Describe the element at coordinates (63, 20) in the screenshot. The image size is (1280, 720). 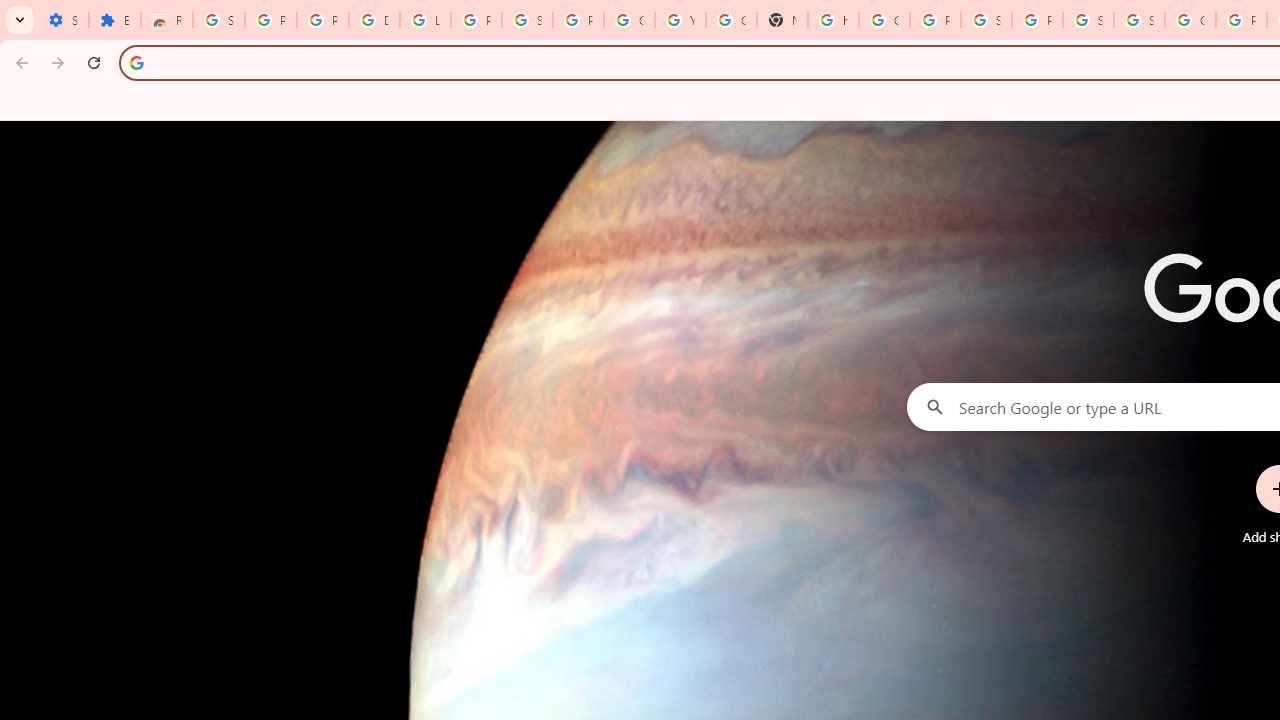
I see `'Settings - On startup'` at that location.